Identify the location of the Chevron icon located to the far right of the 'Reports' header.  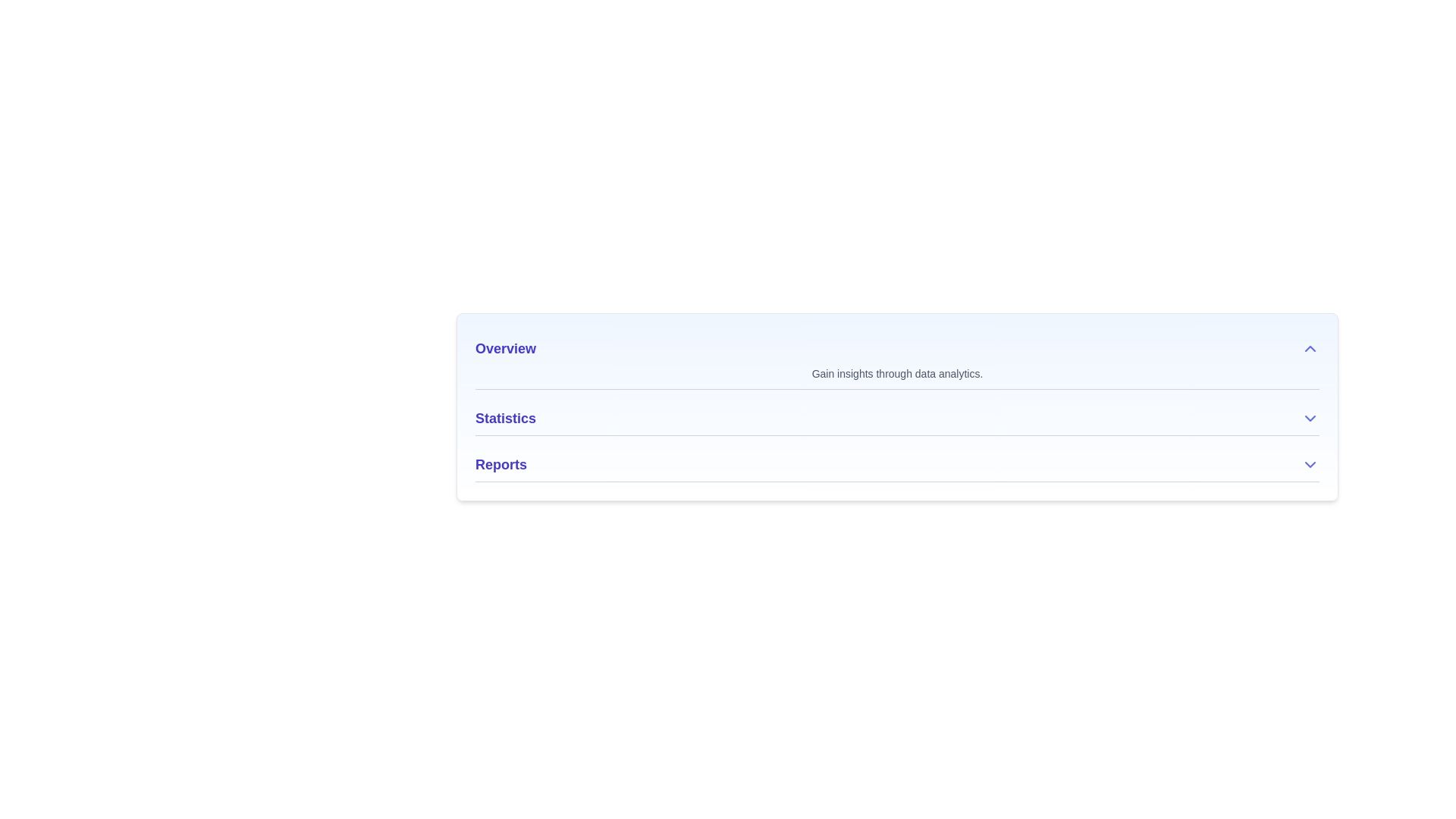
(1310, 463).